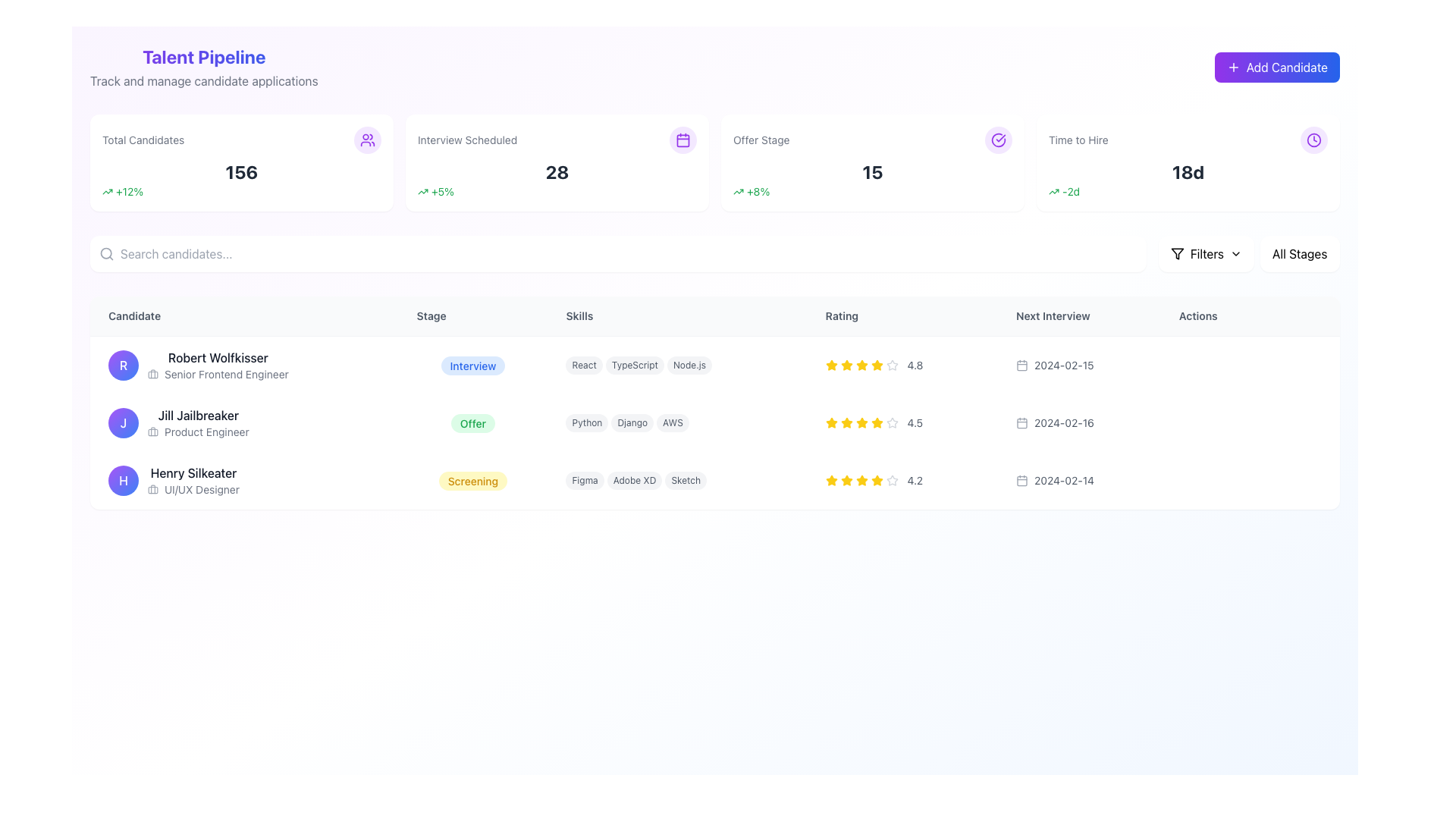 The height and width of the screenshot is (819, 1456). I want to click on the static text label that provides context for the numeric value '156', located in the top-left section of a card-like widget, so click(143, 140).